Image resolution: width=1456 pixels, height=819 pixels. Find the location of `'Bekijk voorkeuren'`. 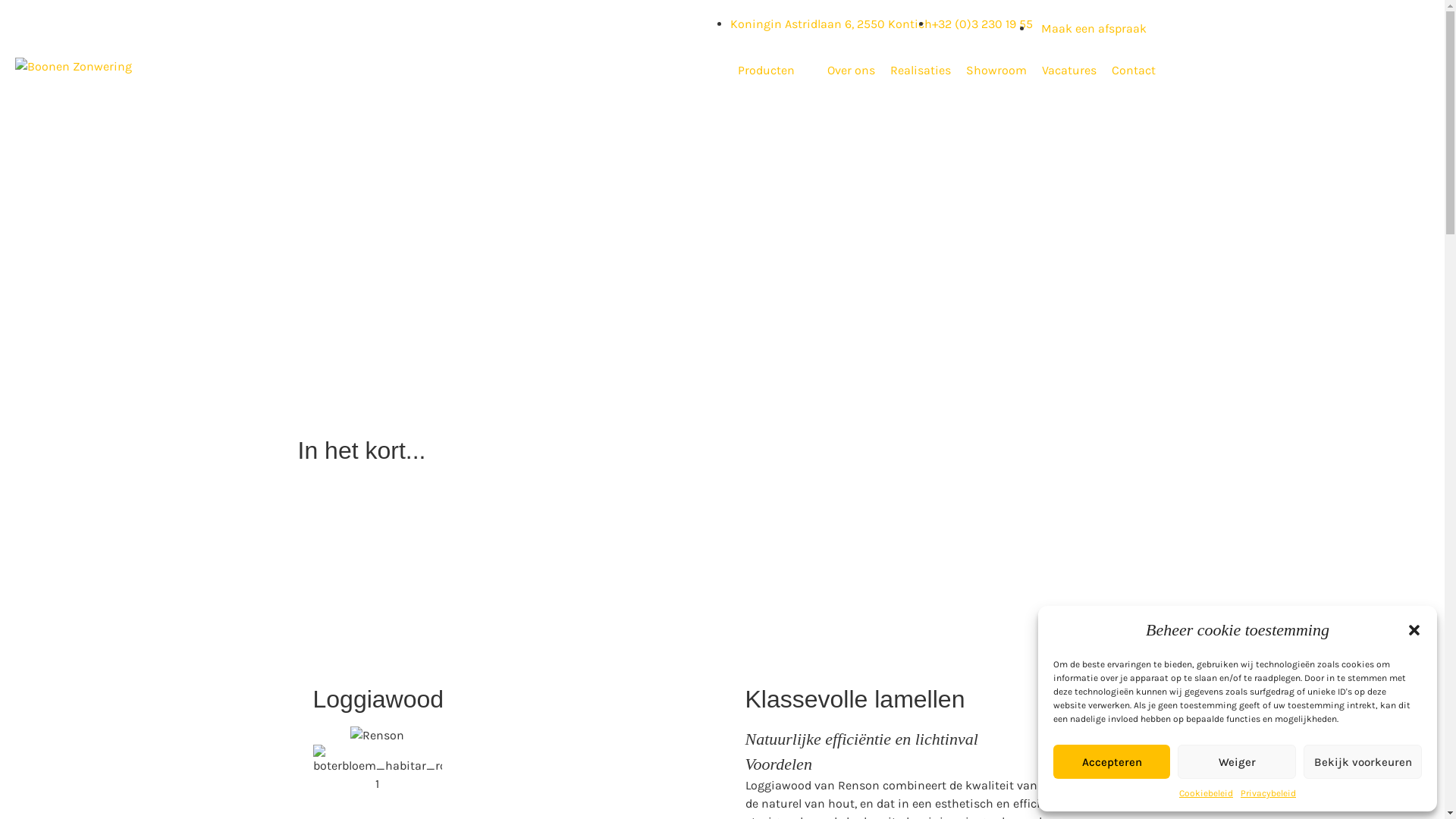

'Bekijk voorkeuren' is located at coordinates (1362, 761).